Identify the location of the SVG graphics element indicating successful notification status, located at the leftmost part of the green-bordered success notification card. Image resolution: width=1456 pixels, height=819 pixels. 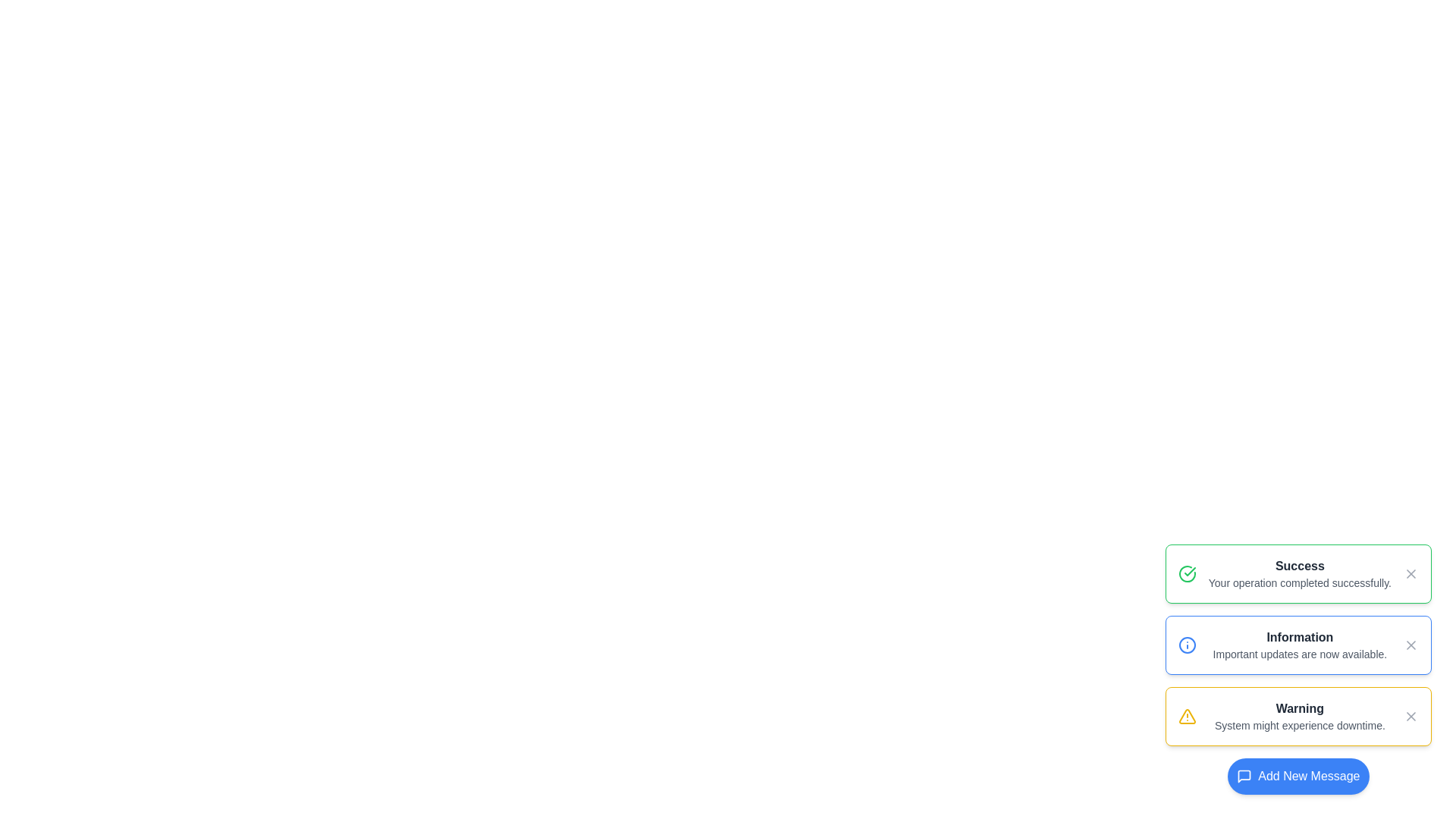
(1186, 573).